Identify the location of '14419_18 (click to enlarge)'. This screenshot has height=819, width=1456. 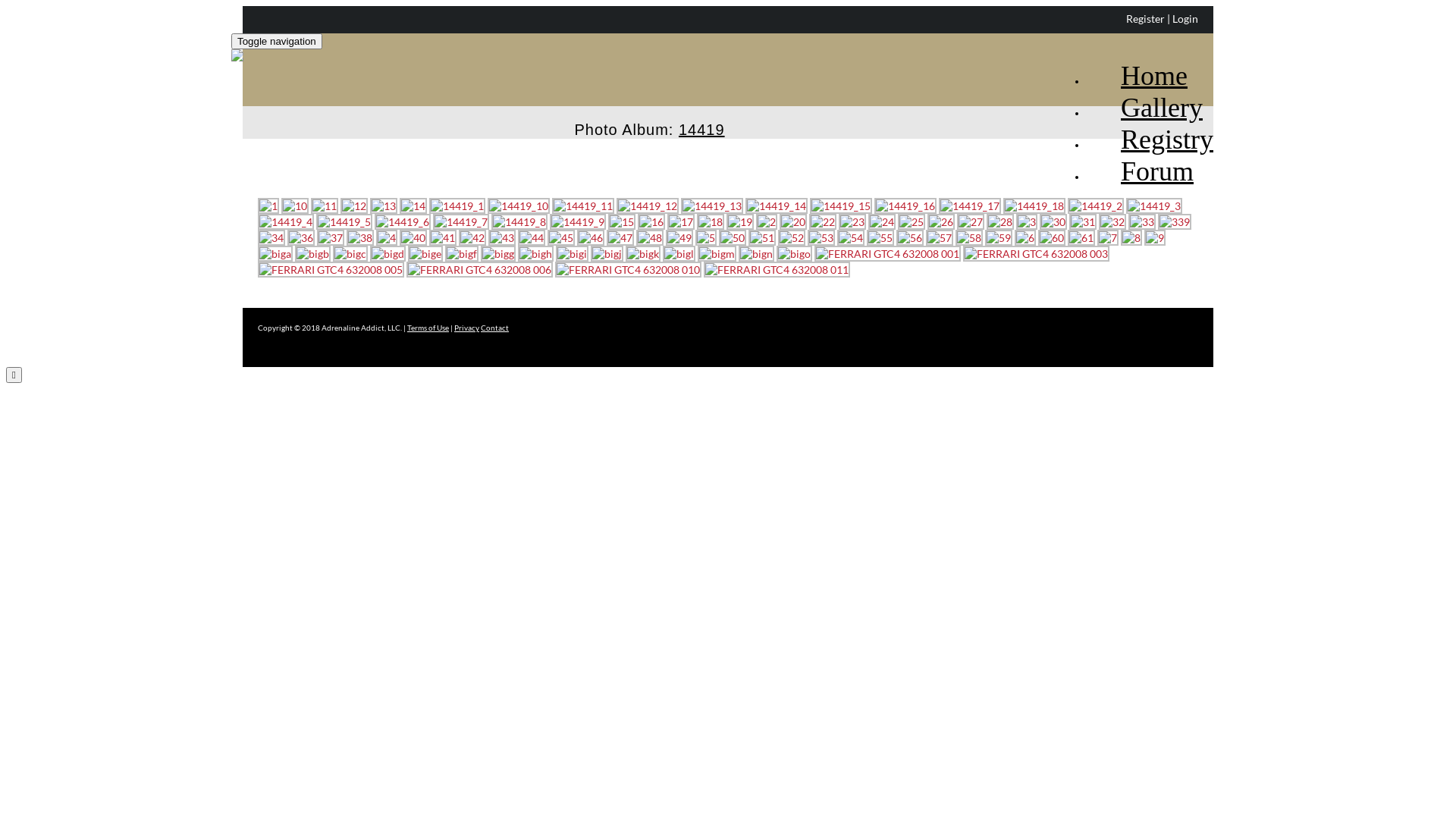
(1033, 206).